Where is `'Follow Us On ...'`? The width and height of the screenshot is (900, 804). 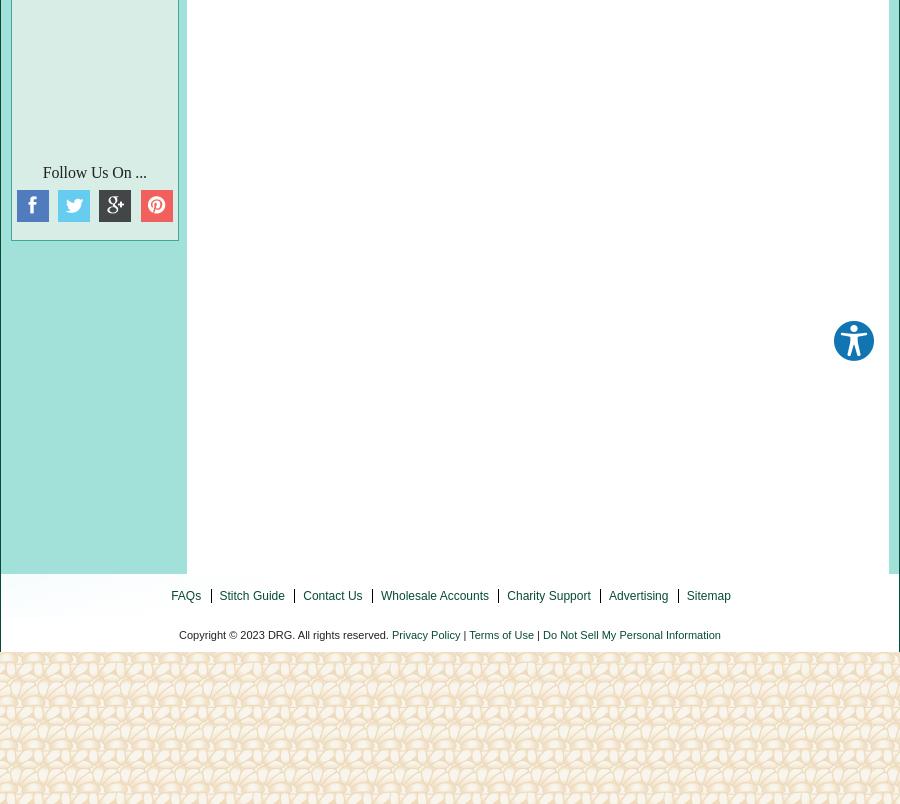
'Follow Us On ...' is located at coordinates (92, 171).